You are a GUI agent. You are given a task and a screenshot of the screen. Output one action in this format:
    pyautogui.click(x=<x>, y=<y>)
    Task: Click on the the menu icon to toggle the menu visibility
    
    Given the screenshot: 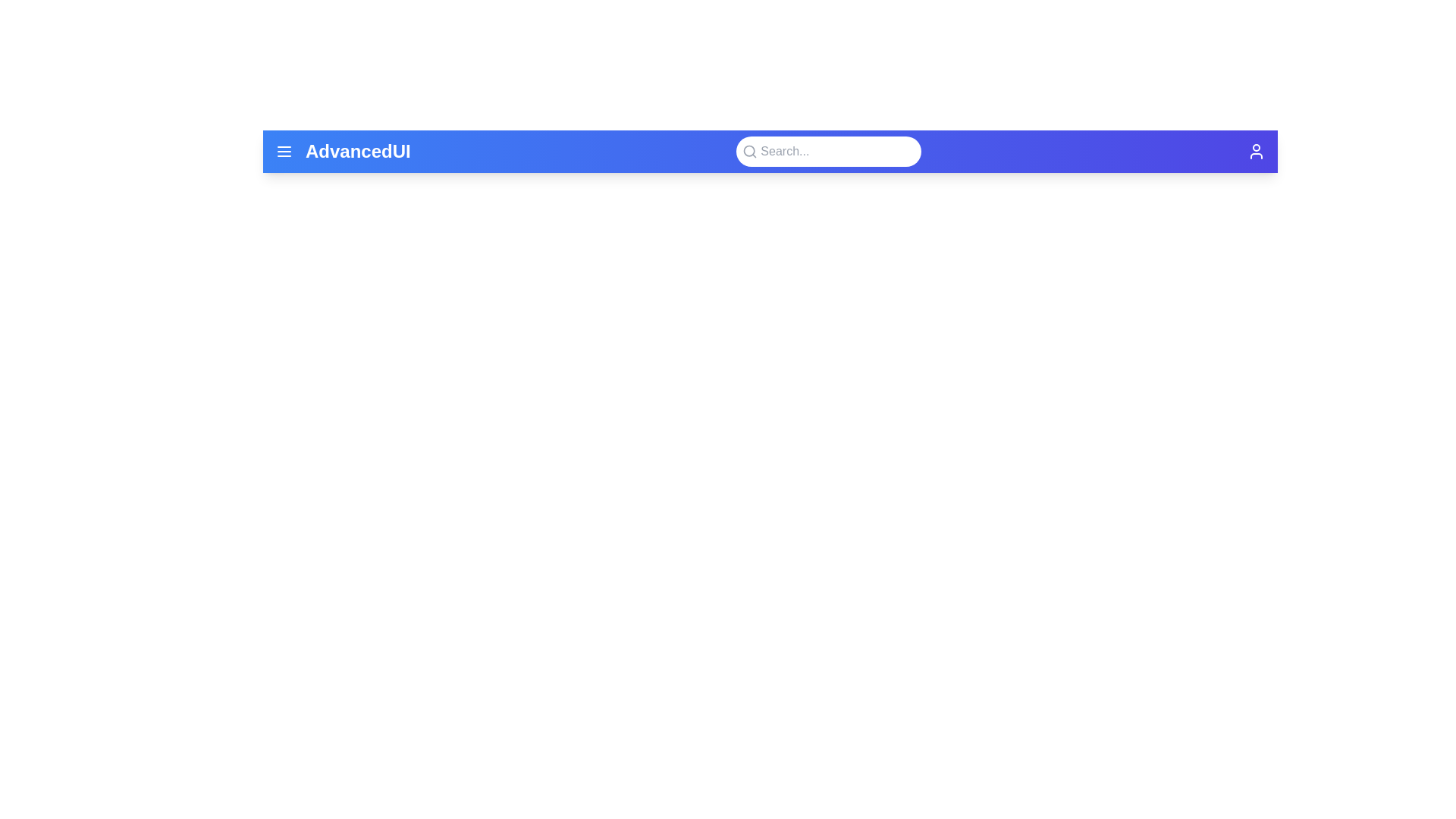 What is the action you would take?
    pyautogui.click(x=284, y=152)
    